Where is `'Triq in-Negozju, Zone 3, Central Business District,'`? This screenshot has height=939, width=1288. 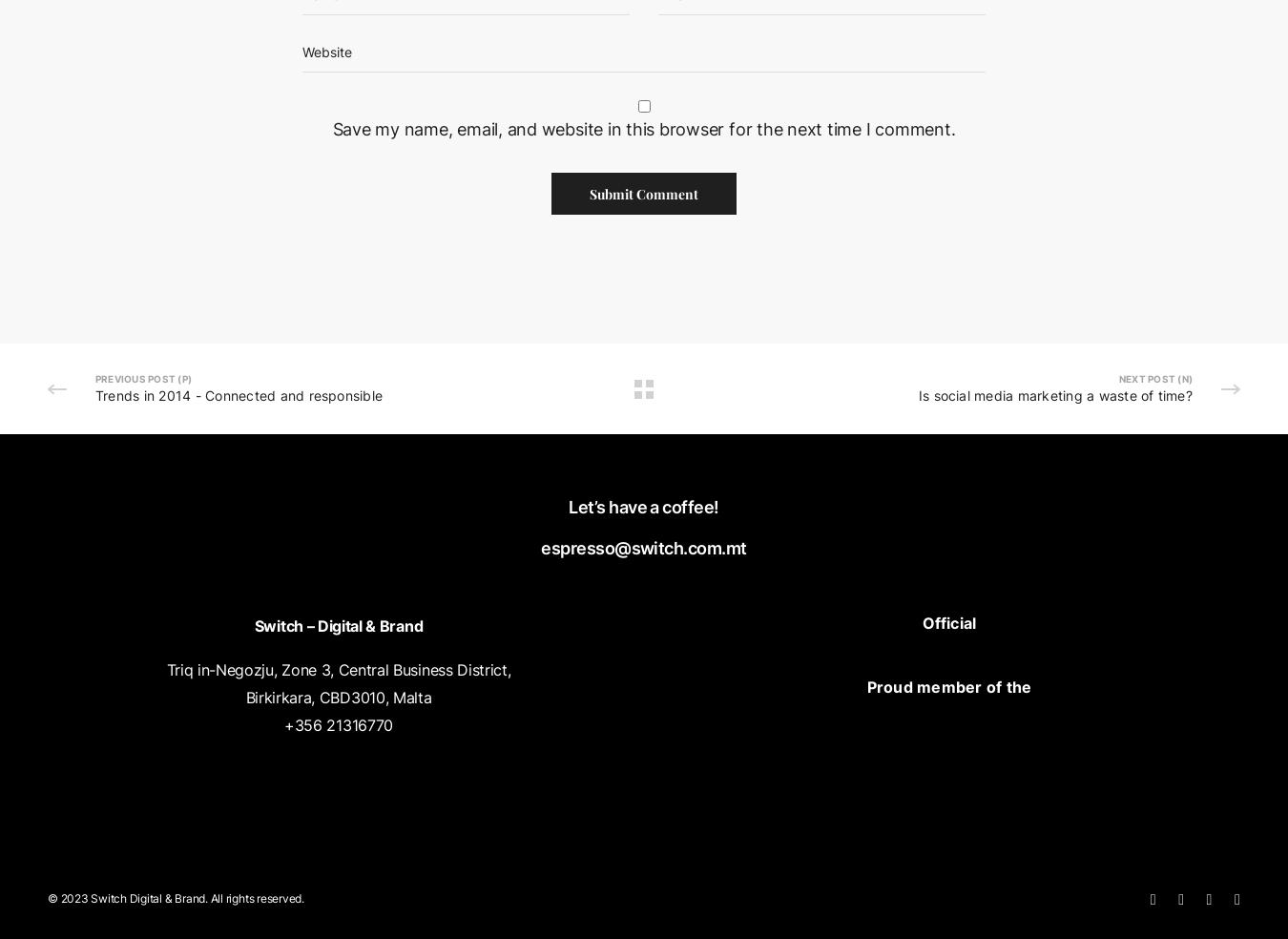 'Triq in-Negozju, Zone 3, Central Business District,' is located at coordinates (338, 669).